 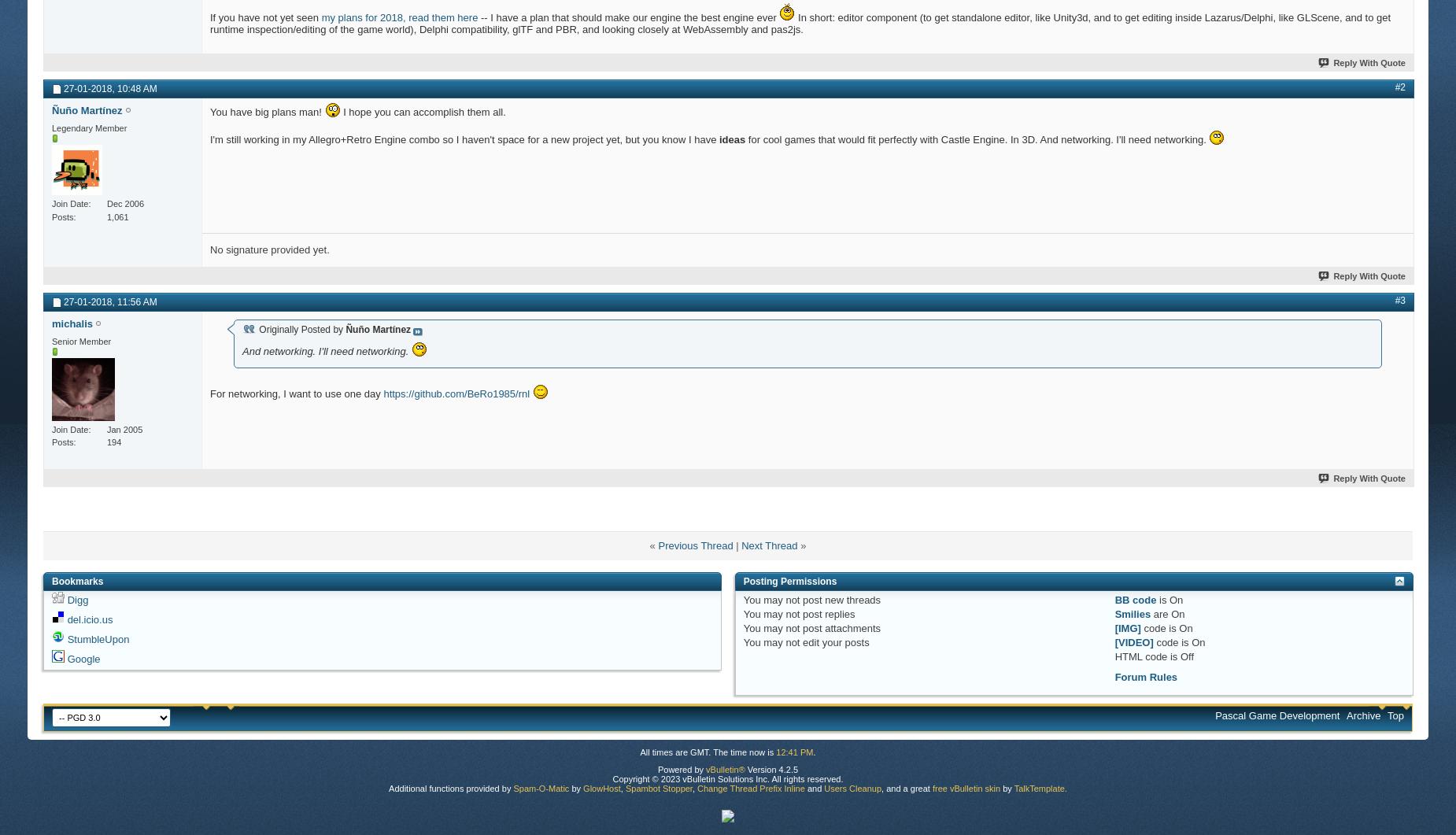 What do you see at coordinates (1145, 676) in the screenshot?
I see `'Forum Rules'` at bounding box center [1145, 676].